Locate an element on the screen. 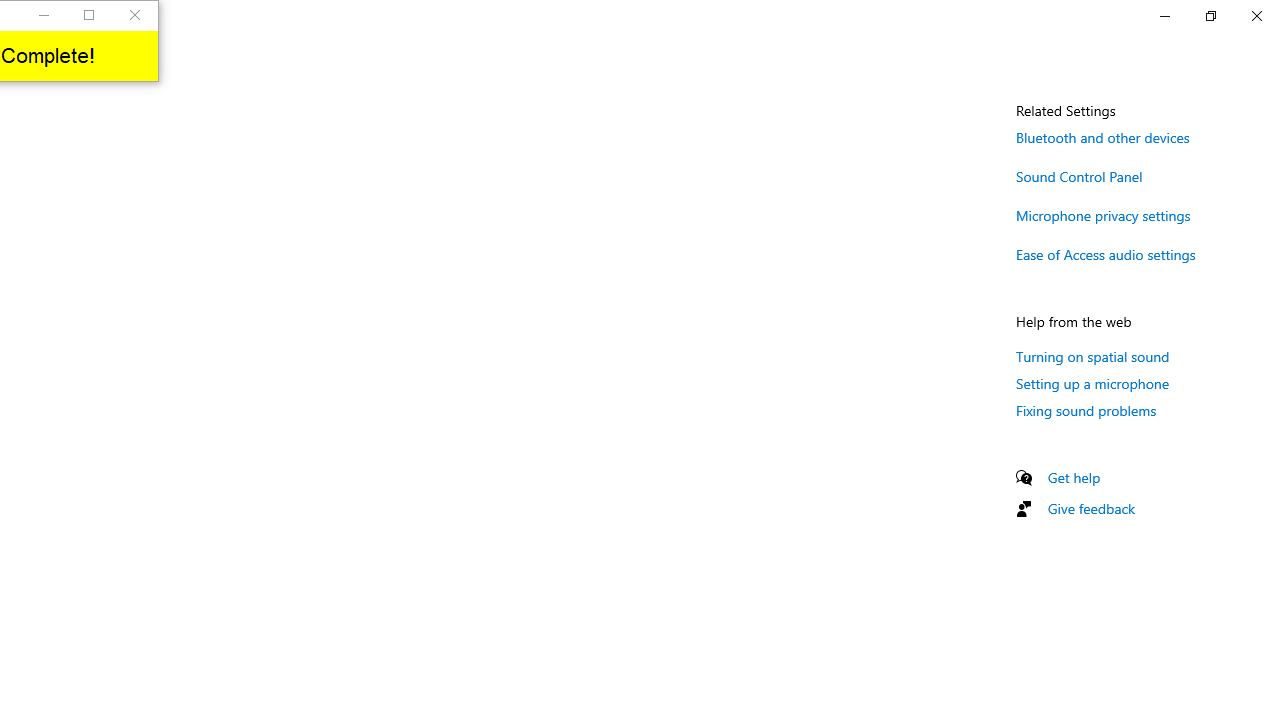 This screenshot has width=1280, height=720. 'Give feedback' is located at coordinates (1090, 507).